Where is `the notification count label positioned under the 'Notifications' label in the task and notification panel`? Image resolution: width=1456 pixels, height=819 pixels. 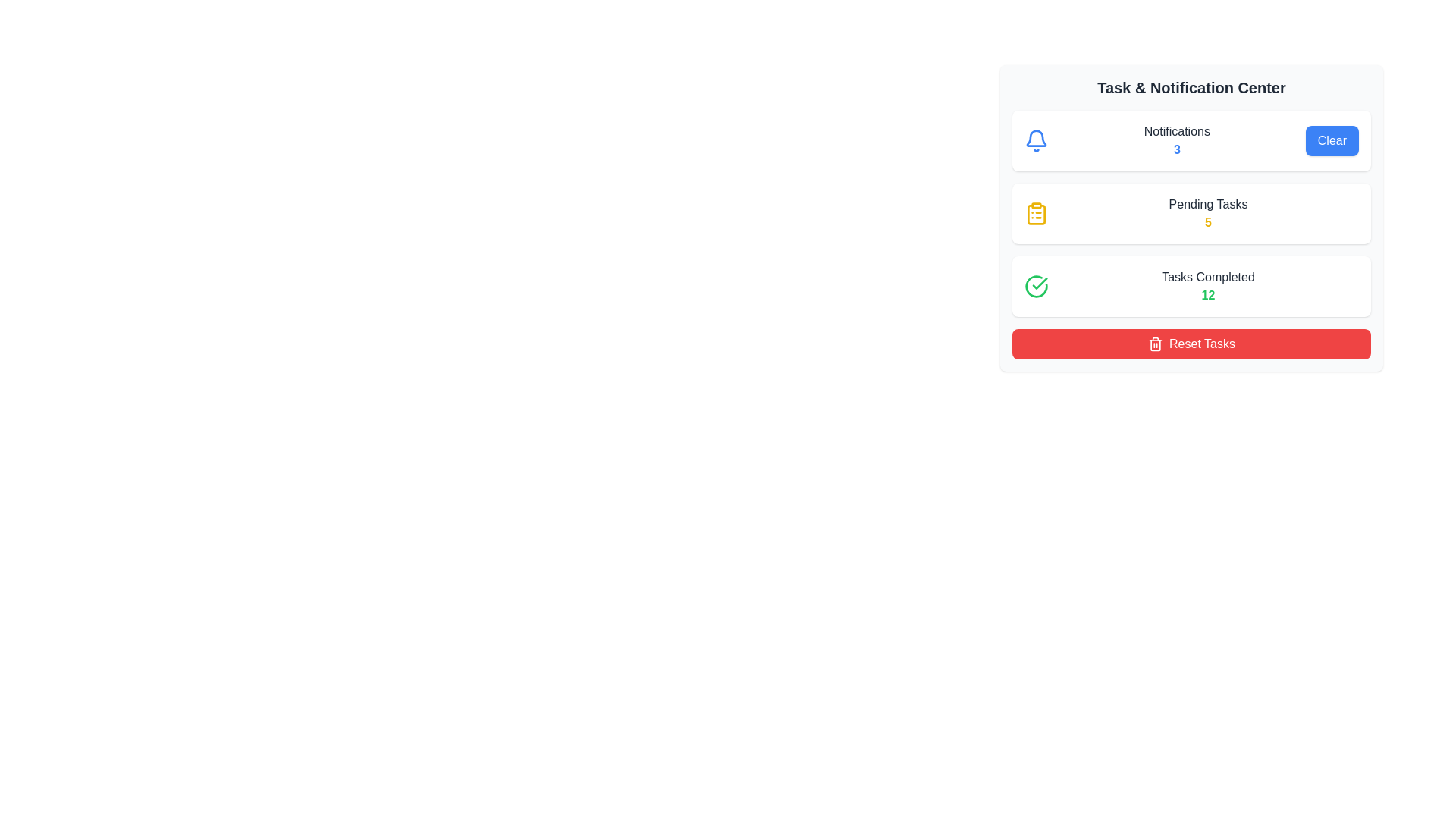 the notification count label positioned under the 'Notifications' label in the task and notification panel is located at coordinates (1176, 149).